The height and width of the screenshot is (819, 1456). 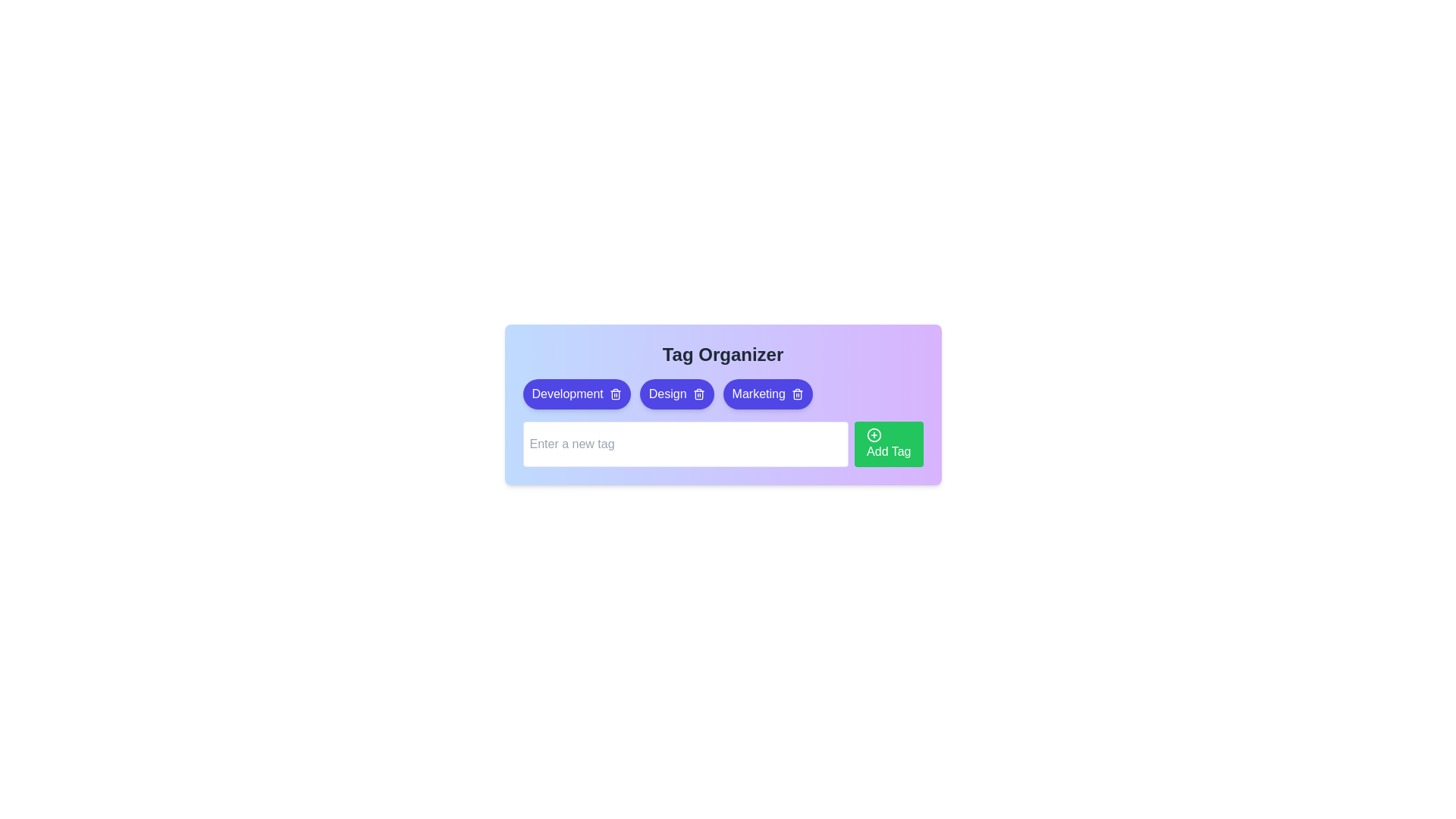 I want to click on the trash icon button located to the right of the 'Marketing' label, so click(x=796, y=394).